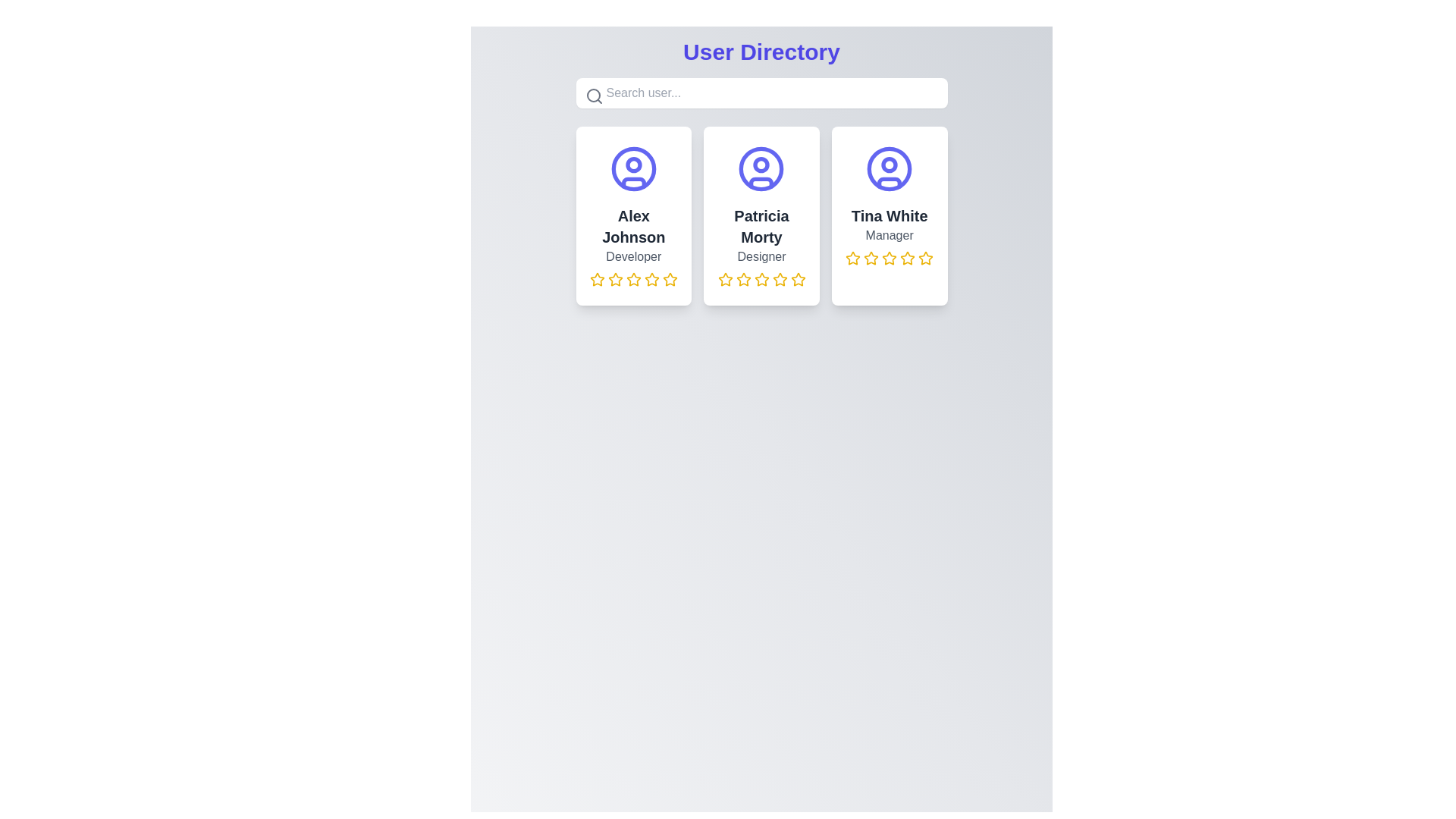 The height and width of the screenshot is (819, 1456). What do you see at coordinates (669, 280) in the screenshot?
I see `the fifth yellow outlined star icon with a transparent center located under the name 'Alex Johnson' in the first user card on the left` at bounding box center [669, 280].